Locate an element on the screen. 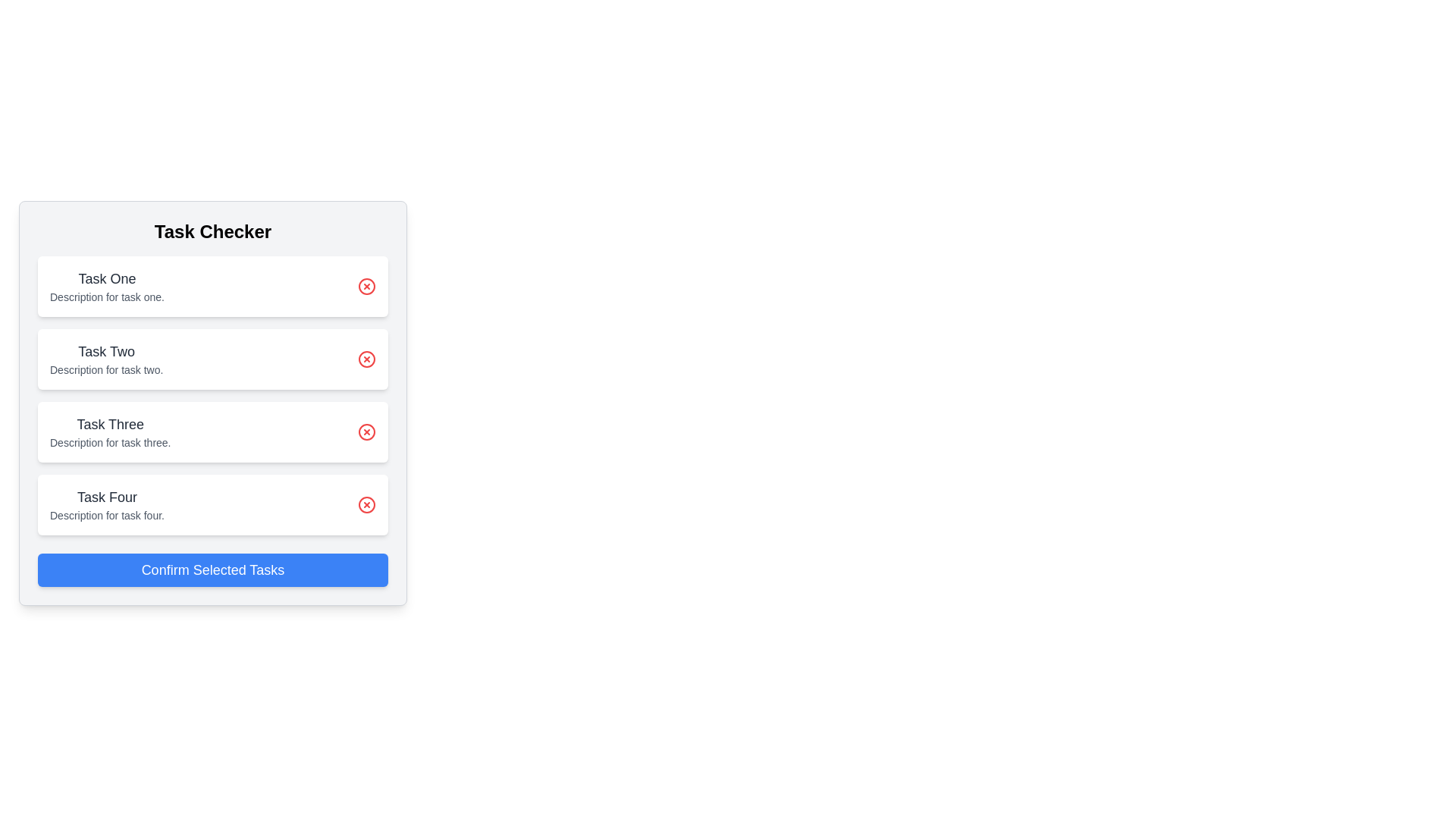 Image resolution: width=1456 pixels, height=819 pixels. the 'Task Two' text label displayed in bold, medium-large dark gray font is located at coordinates (105, 351).